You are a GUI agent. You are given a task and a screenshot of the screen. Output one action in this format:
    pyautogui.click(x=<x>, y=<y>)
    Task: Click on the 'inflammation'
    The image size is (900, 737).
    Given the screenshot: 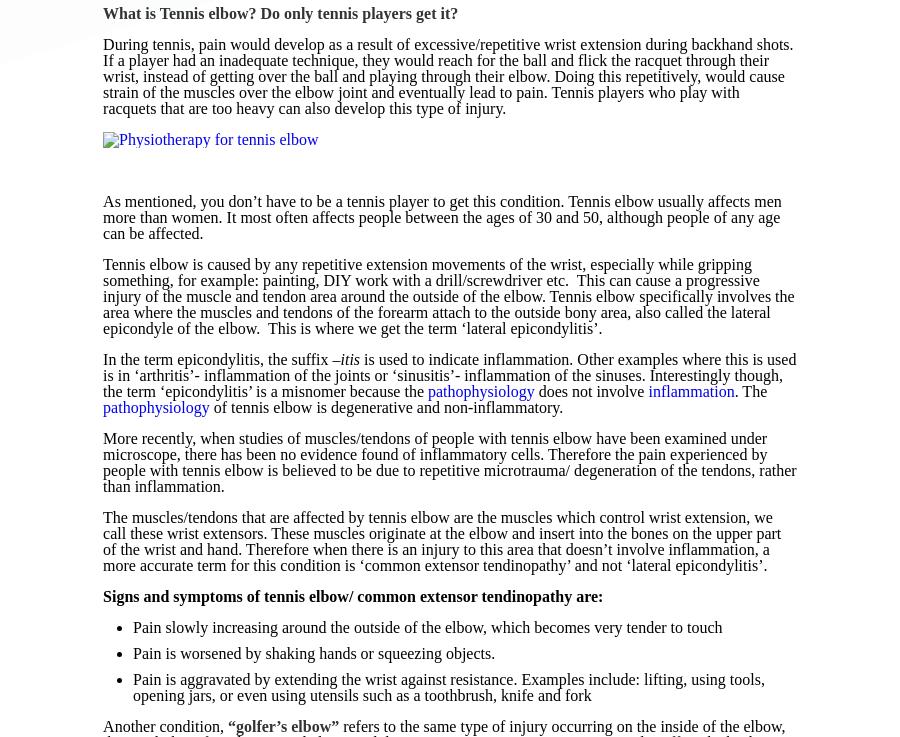 What is the action you would take?
    pyautogui.click(x=690, y=391)
    